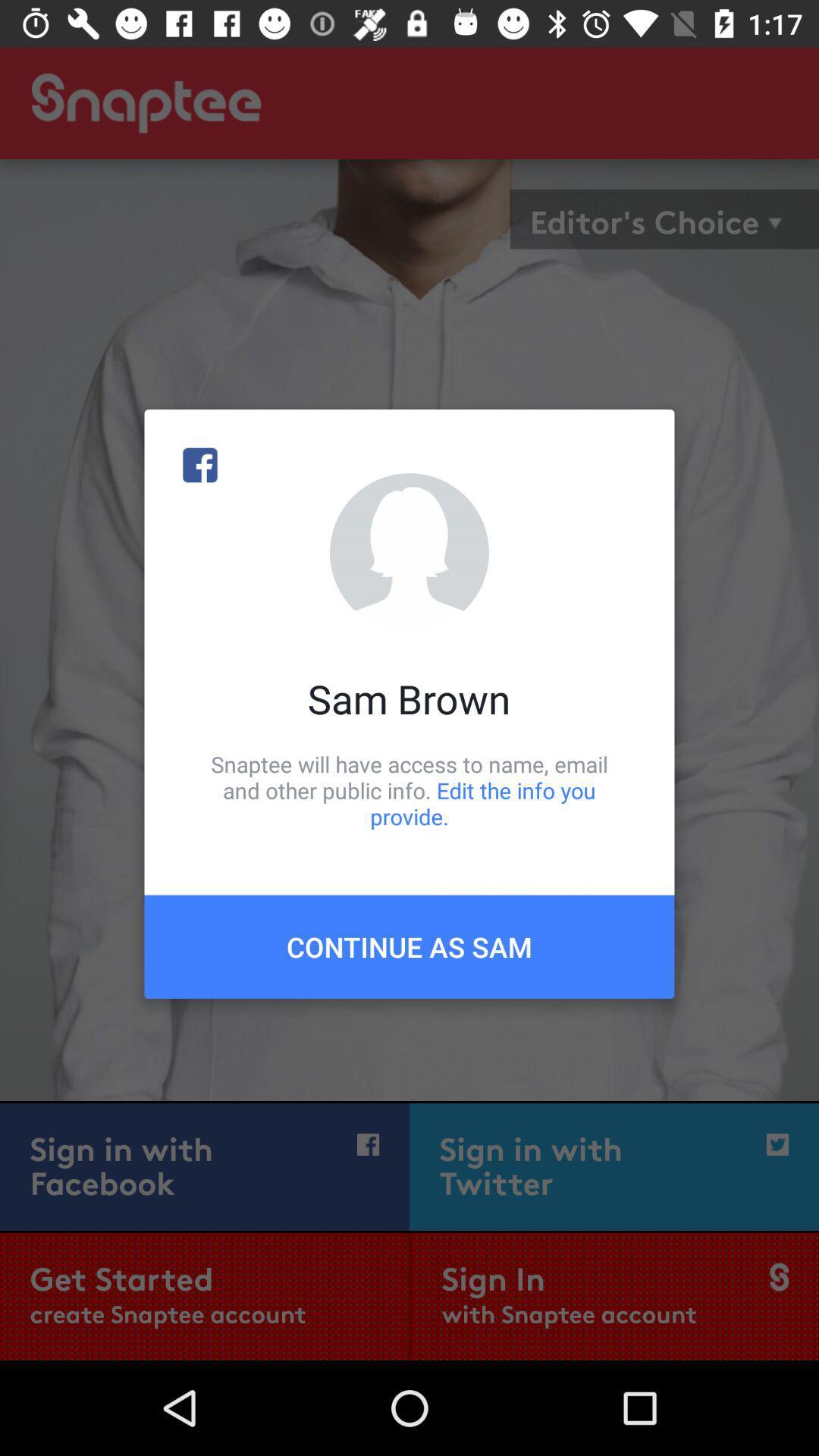  I want to click on the snaptee will have icon, so click(409, 789).